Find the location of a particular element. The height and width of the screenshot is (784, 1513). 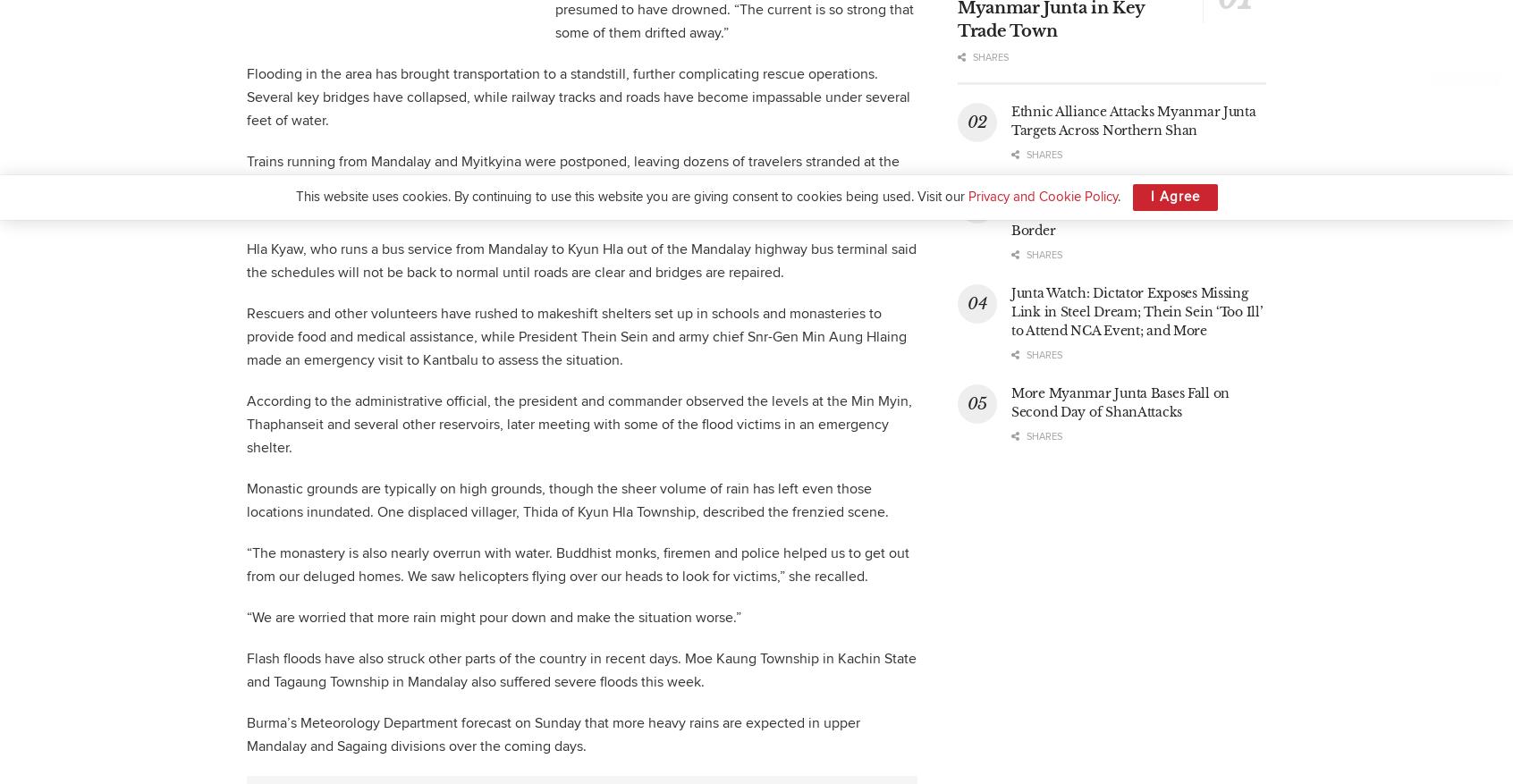

'Monastic grounds are typically on high grounds, though the sheer volume of rain has left even those locations inundated. One displaced villager, Thida of Kyun Hla Township, described the frenzied scene.' is located at coordinates (567, 500).